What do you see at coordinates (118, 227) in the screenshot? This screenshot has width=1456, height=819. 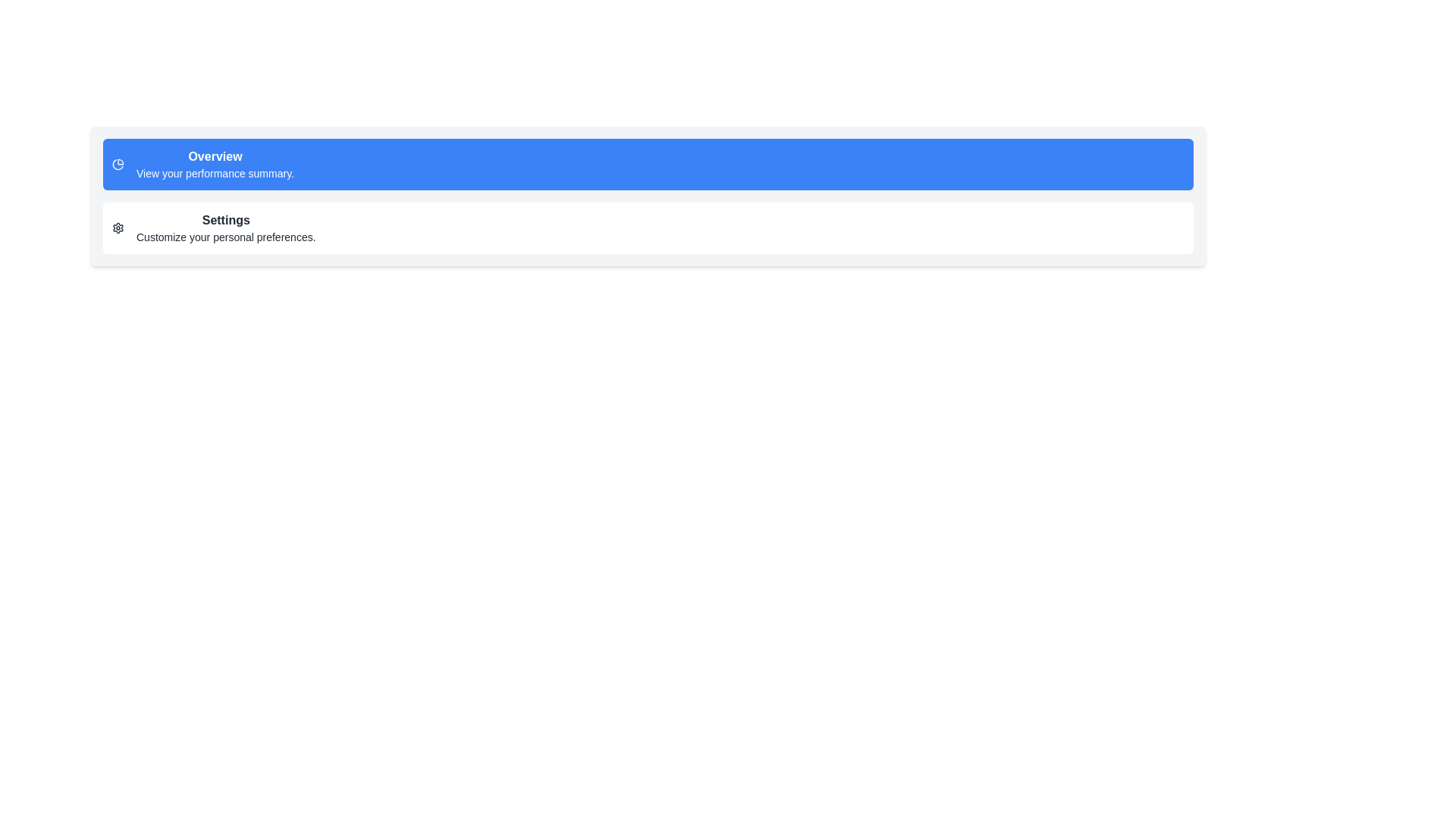 I see `the decorative cogwheel icon located in the 'Settings' row, which is the leftmost graphical component adjacent to the label text` at bounding box center [118, 227].